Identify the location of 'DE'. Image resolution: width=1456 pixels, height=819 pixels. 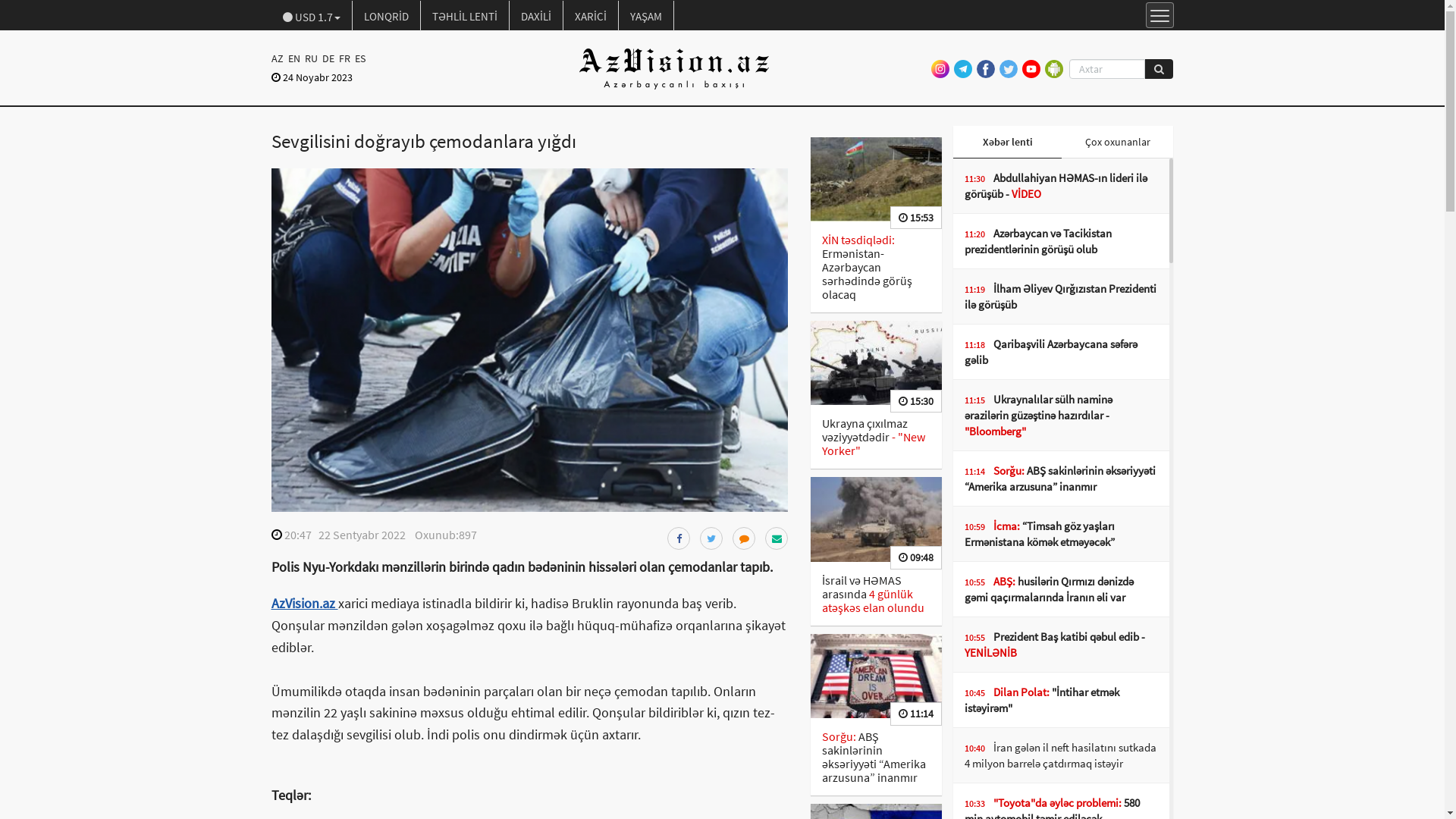
(327, 58).